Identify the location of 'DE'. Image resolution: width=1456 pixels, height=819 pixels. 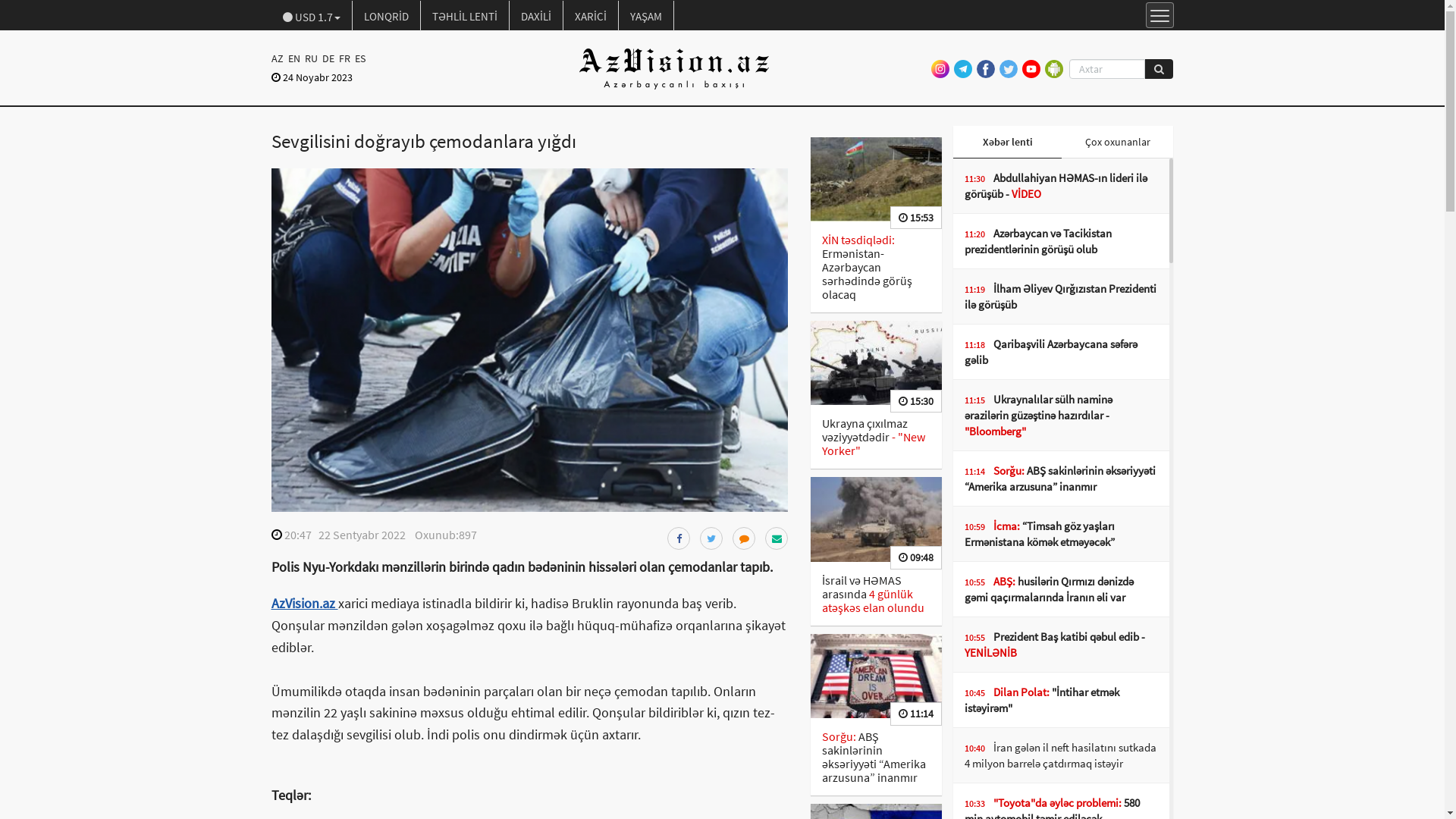
(327, 58).